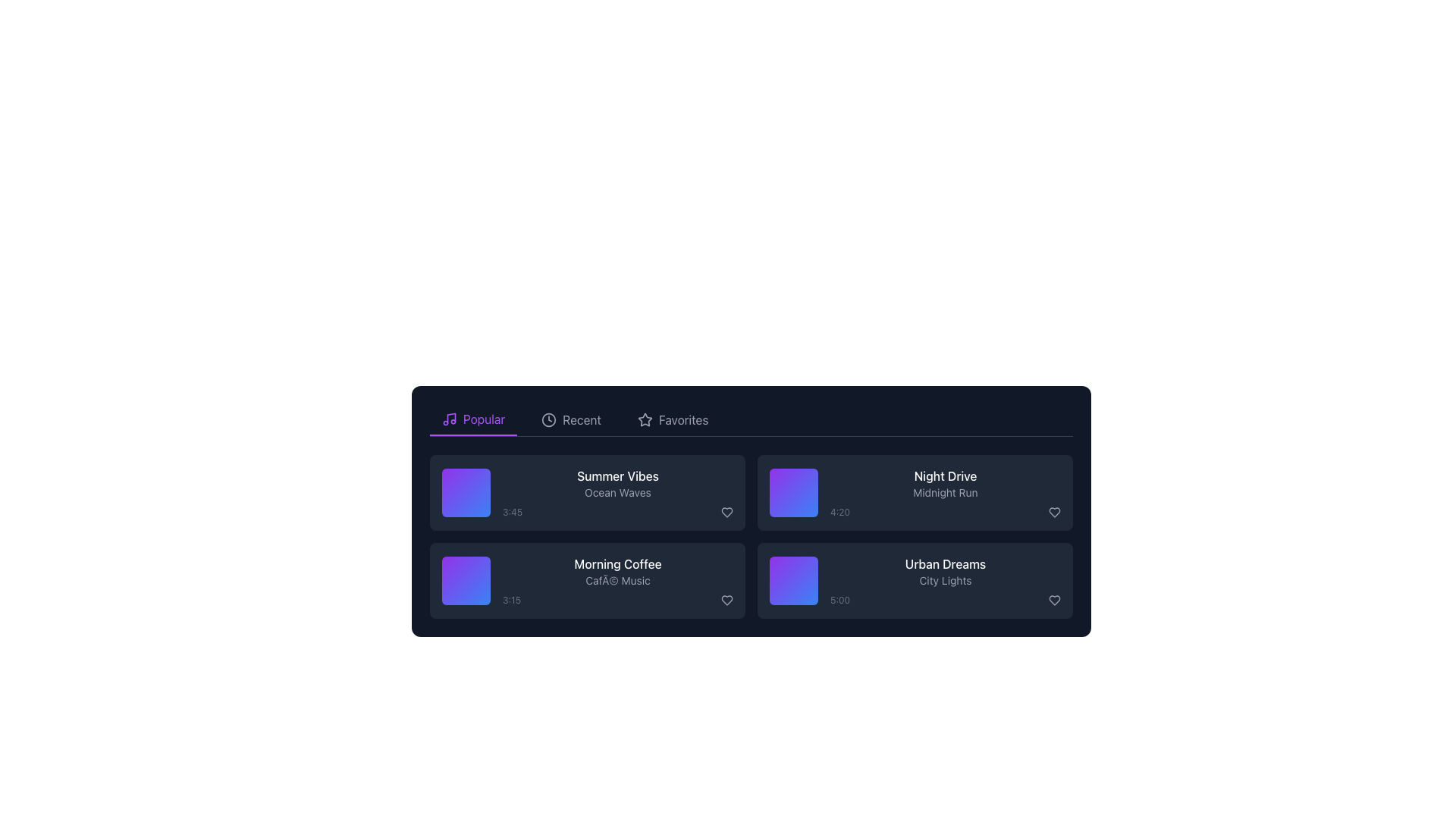  What do you see at coordinates (945, 564) in the screenshot?
I see `text content of the label positioned in the lower-right corner of the grid layout, which identifies the corresponding grid item` at bounding box center [945, 564].